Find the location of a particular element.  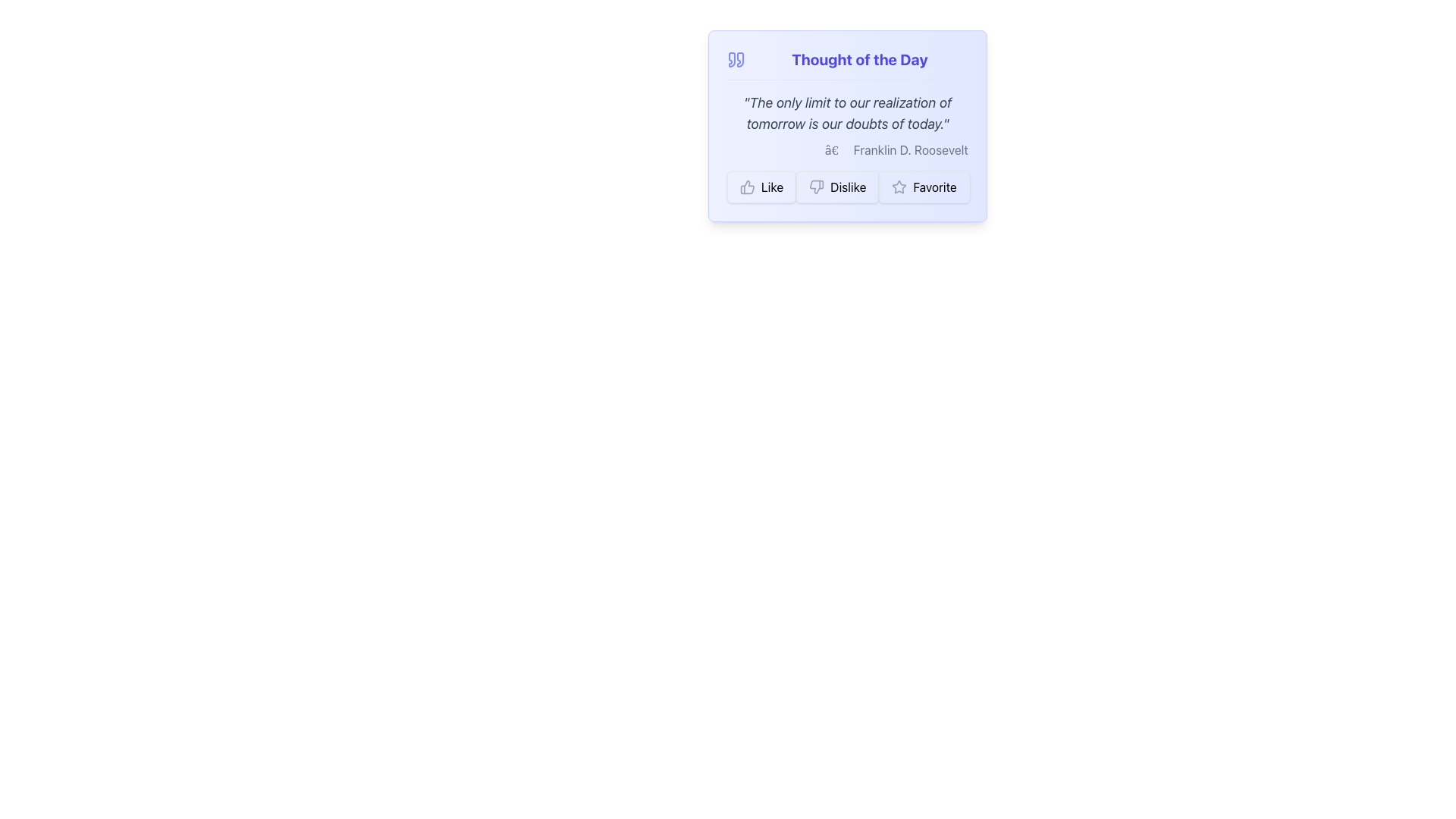

the 'Dislike' button located between the 'Like' button and the 'Favorite' button below the 'Thought of the Day' content box is located at coordinates (836, 186).